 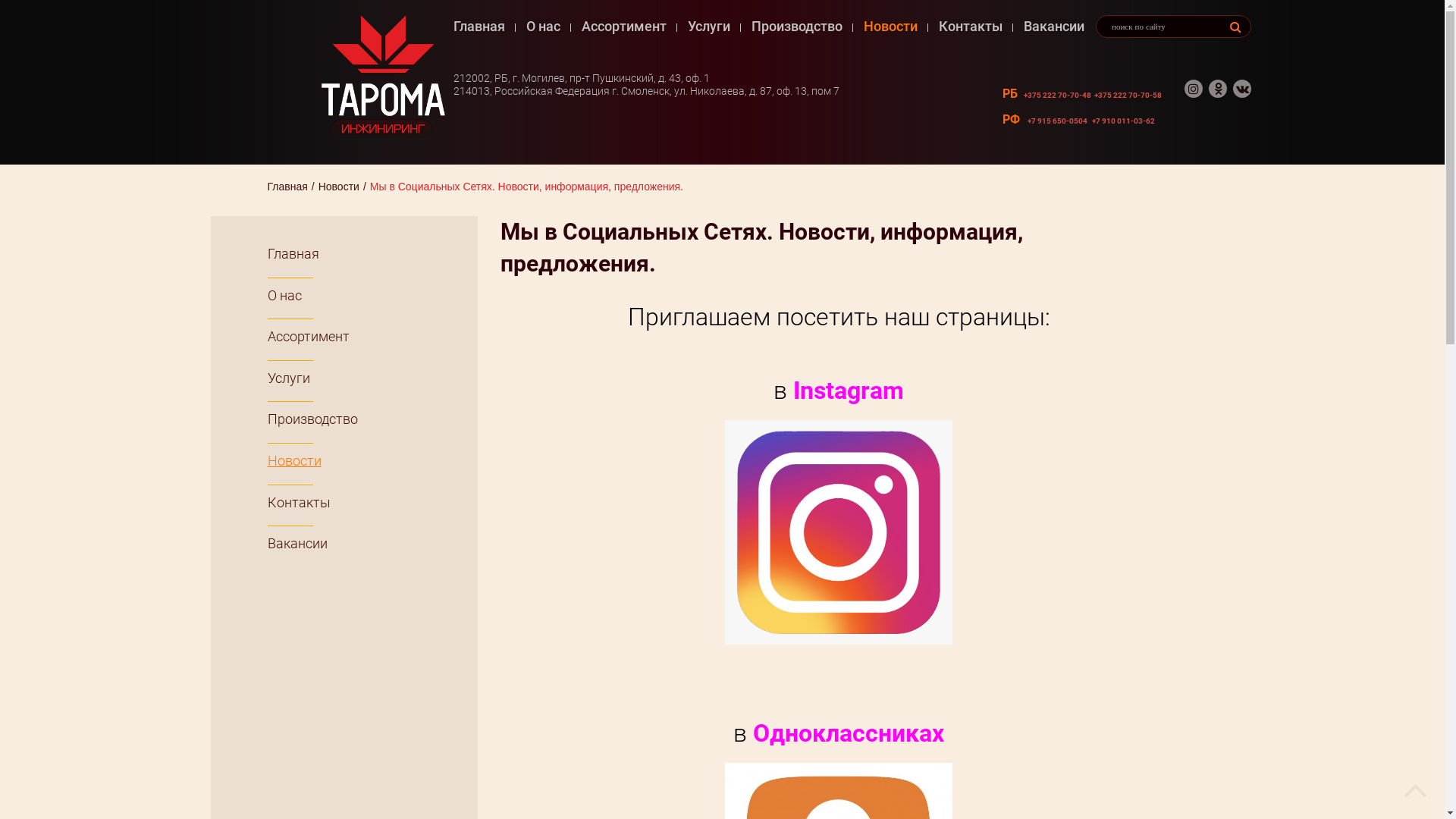 I want to click on '+375 222 70-70-58', so click(x=1128, y=95).